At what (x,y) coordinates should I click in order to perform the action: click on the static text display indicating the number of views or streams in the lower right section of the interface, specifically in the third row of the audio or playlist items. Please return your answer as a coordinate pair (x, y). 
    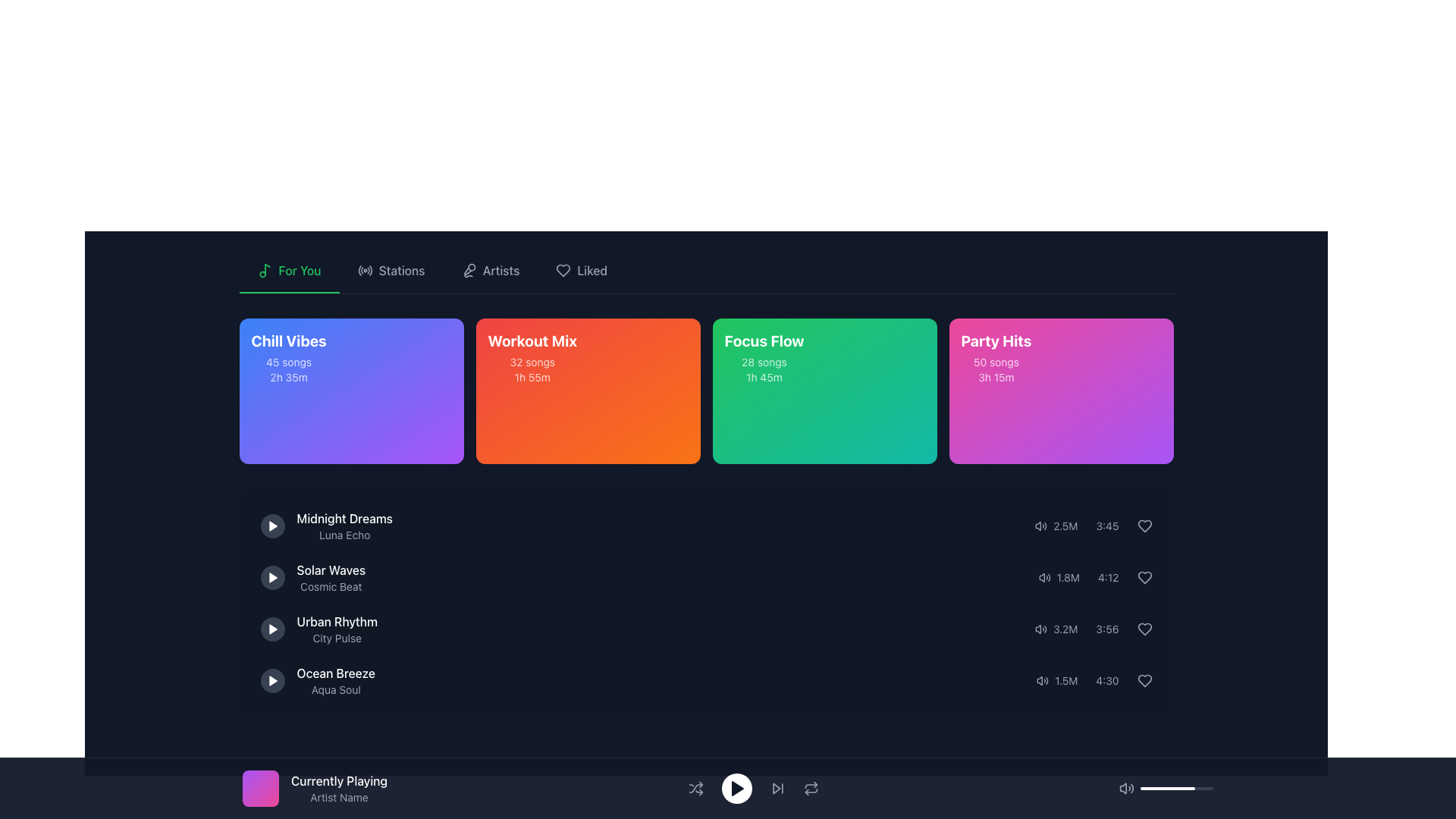
    Looking at the image, I should click on (1056, 629).